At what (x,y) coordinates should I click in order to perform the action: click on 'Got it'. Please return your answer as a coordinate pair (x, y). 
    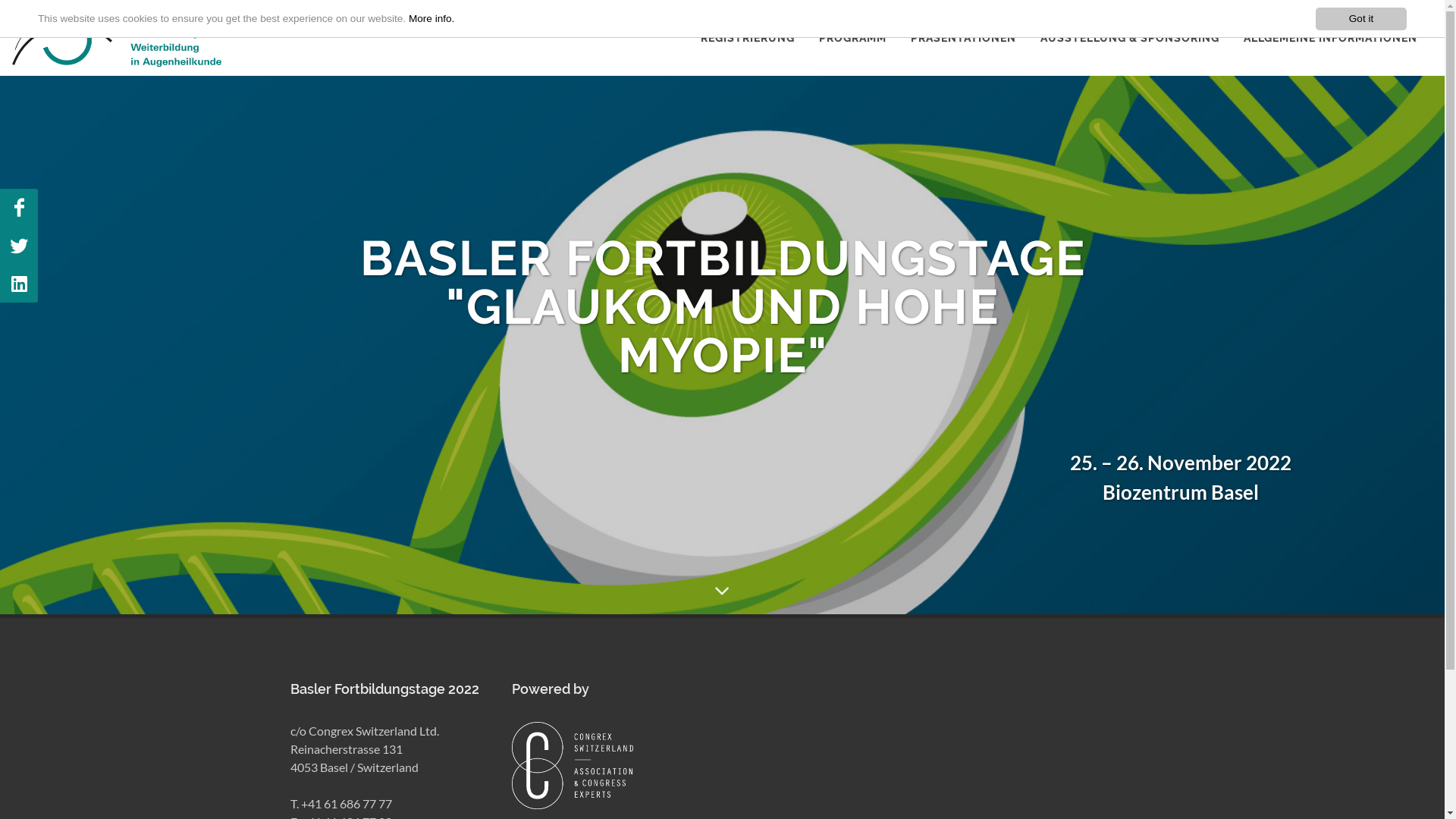
    Looking at the image, I should click on (1361, 18).